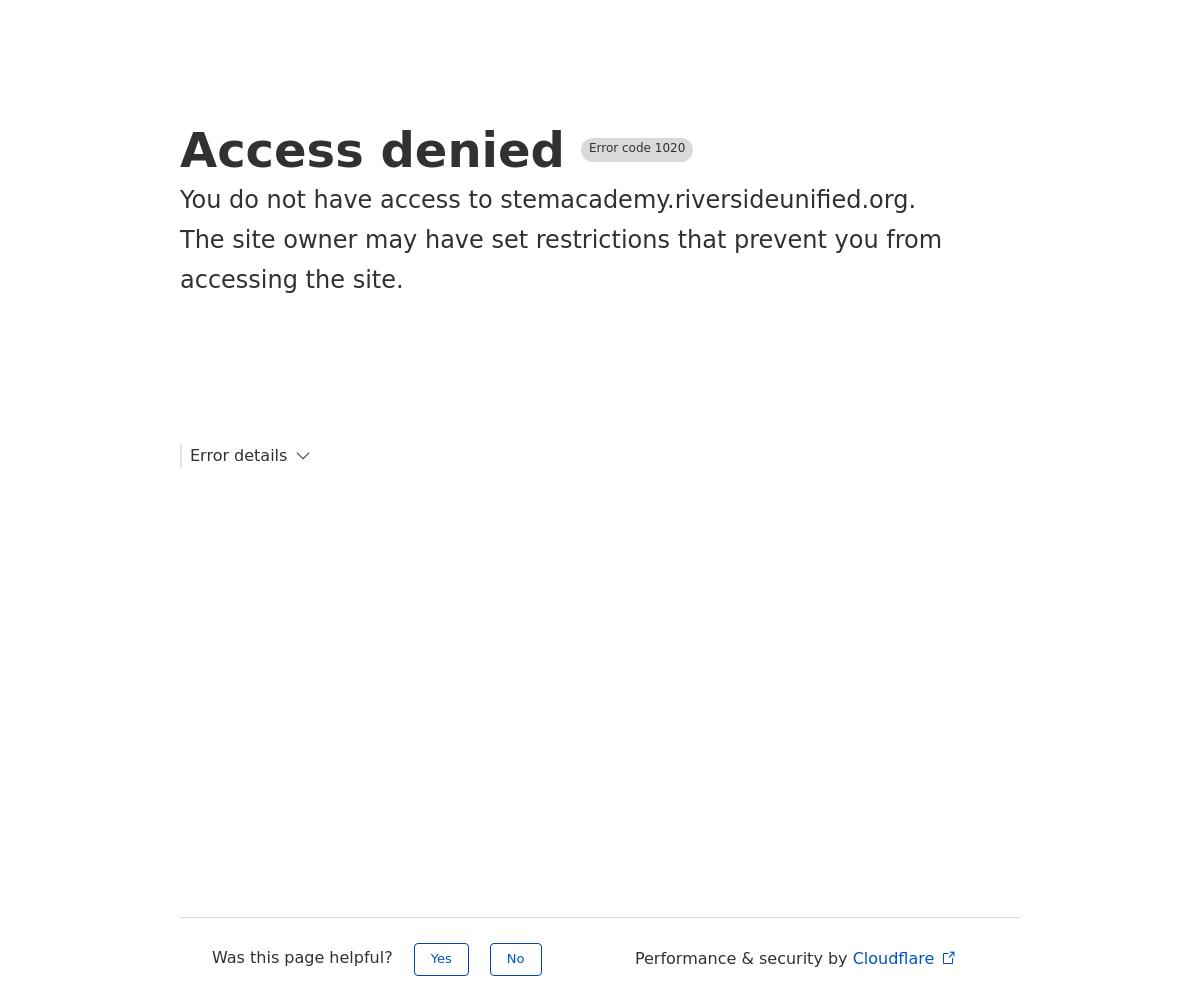 Image resolution: width=1200 pixels, height=1000 pixels. What do you see at coordinates (621, 148) in the screenshot?
I see `'Error code'` at bounding box center [621, 148].